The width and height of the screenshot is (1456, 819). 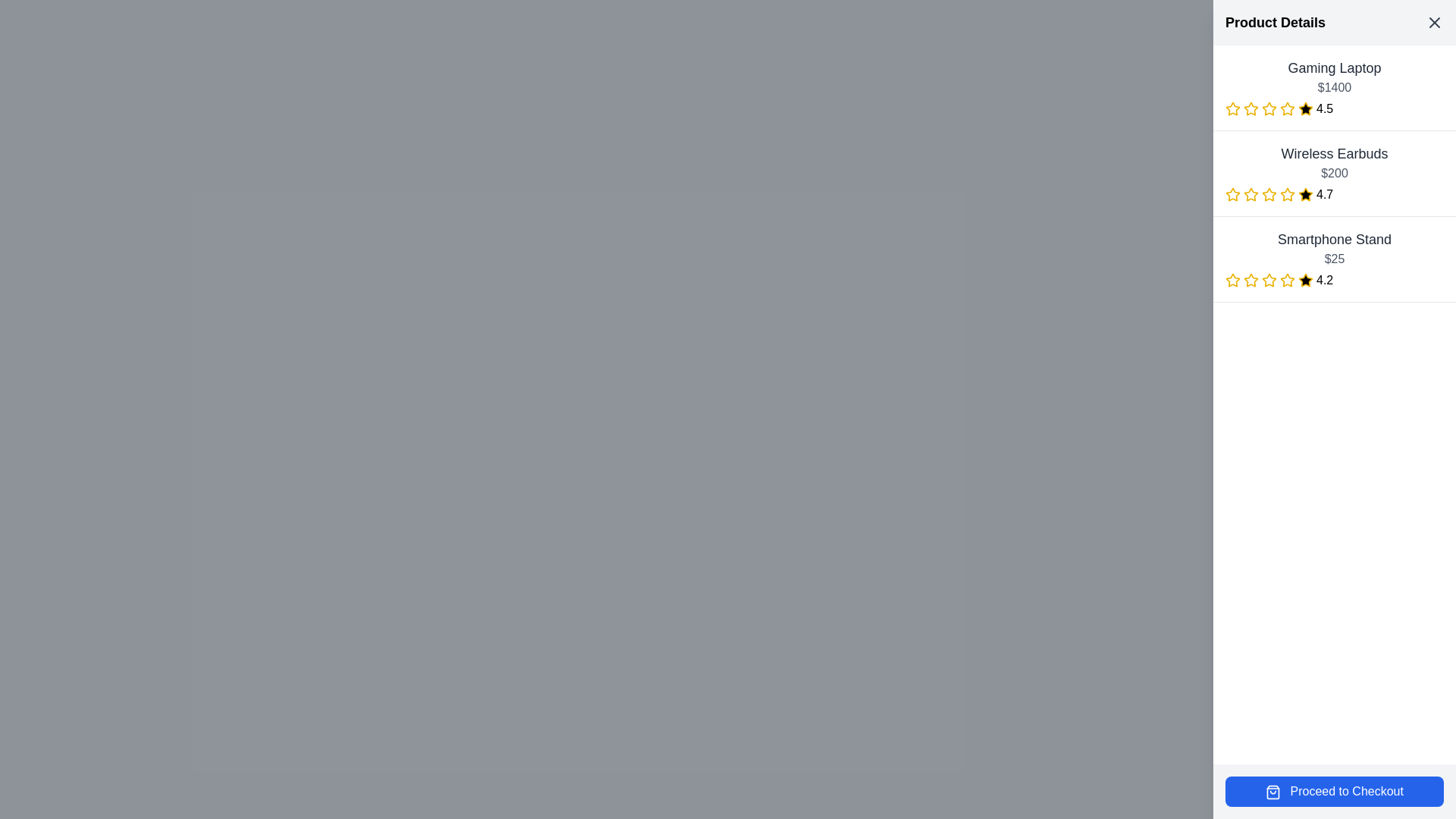 What do you see at coordinates (1287, 281) in the screenshot?
I see `the 5th star in the horizontal sequence of rating stars for the 'Smartphone Stand' product in the 'Product Details' section` at bounding box center [1287, 281].